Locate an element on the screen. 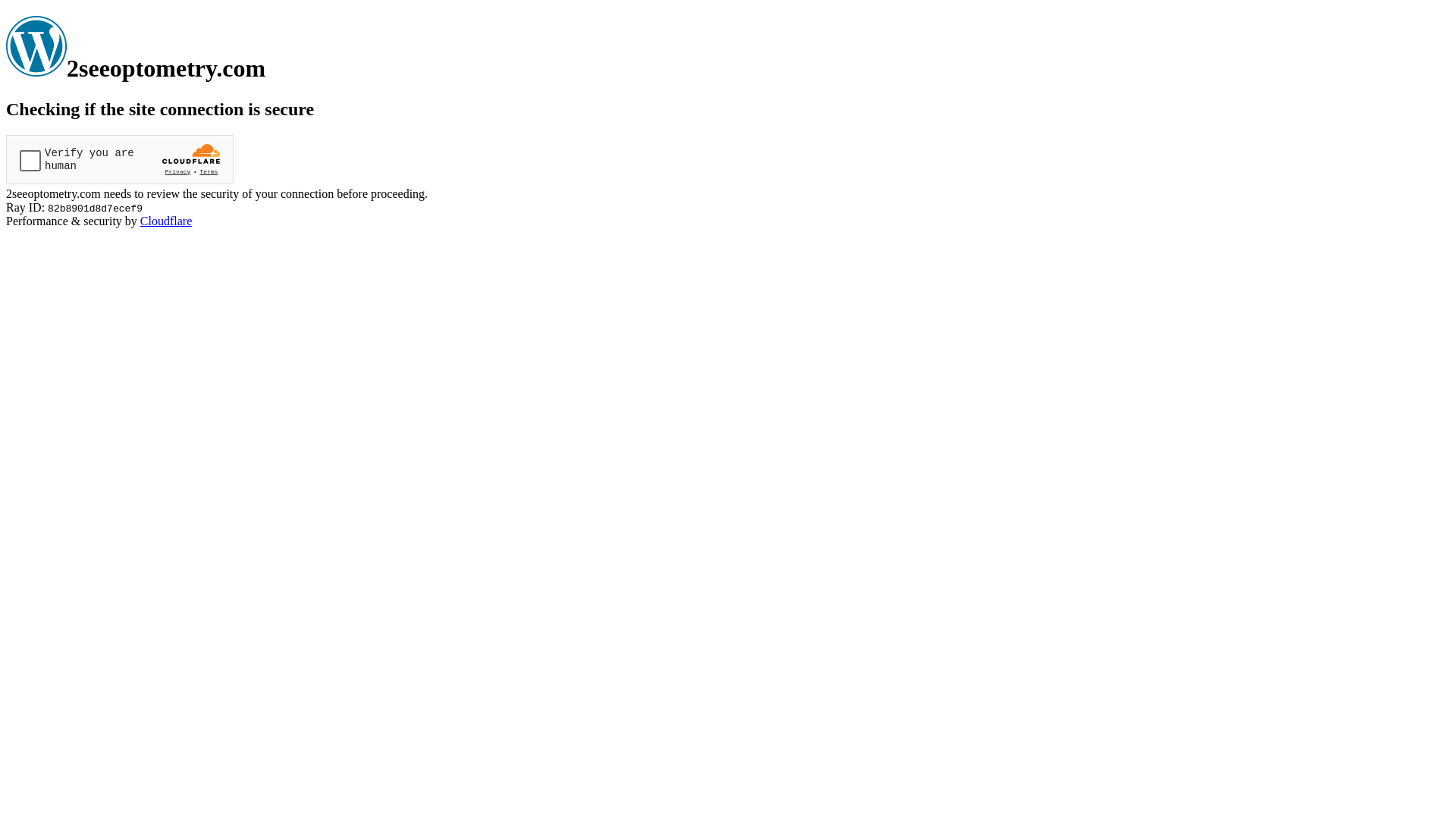 The height and width of the screenshot is (819, 1456). 'Cloudflare' is located at coordinates (166, 221).